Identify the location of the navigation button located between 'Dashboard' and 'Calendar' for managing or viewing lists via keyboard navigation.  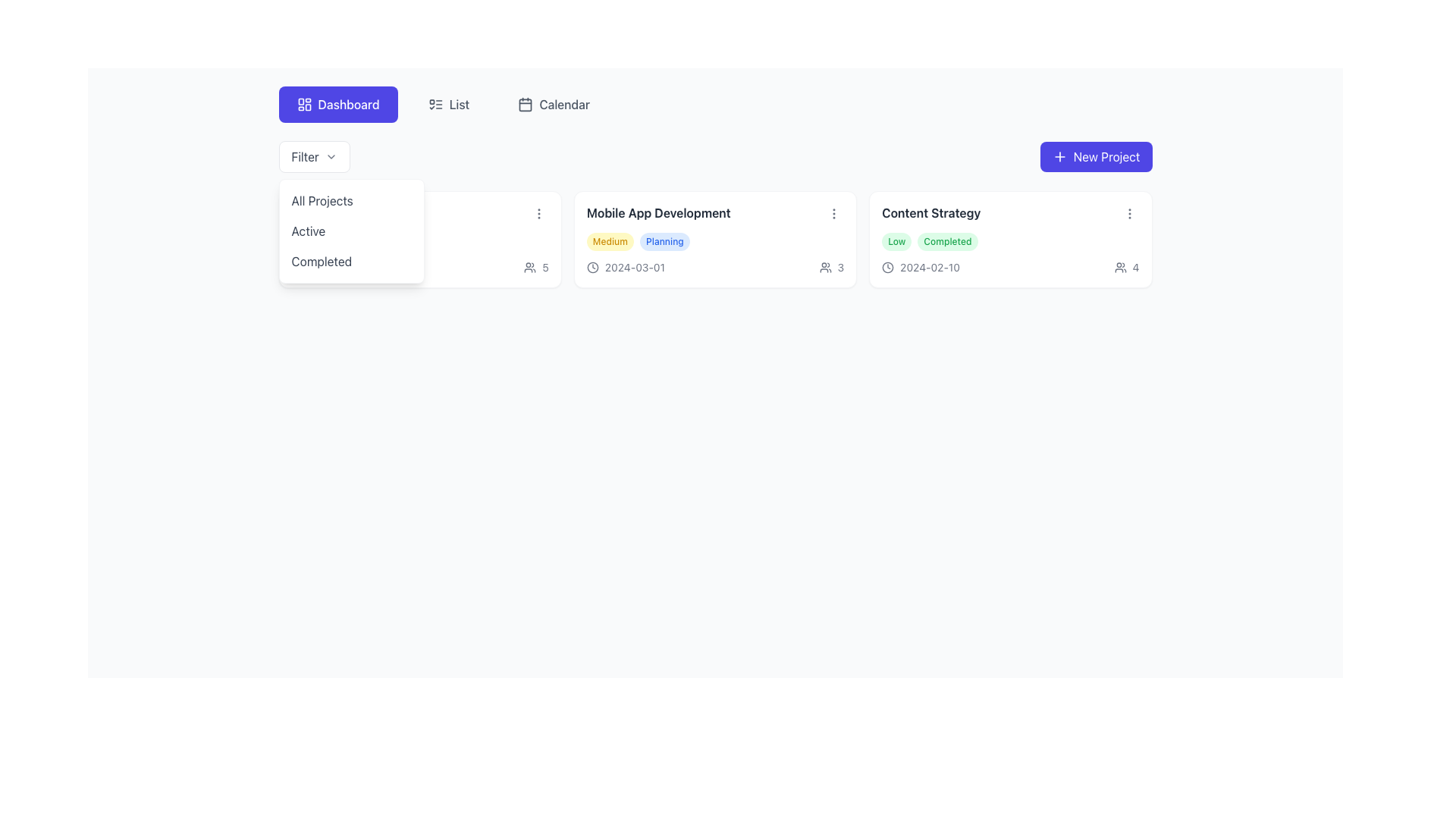
(447, 104).